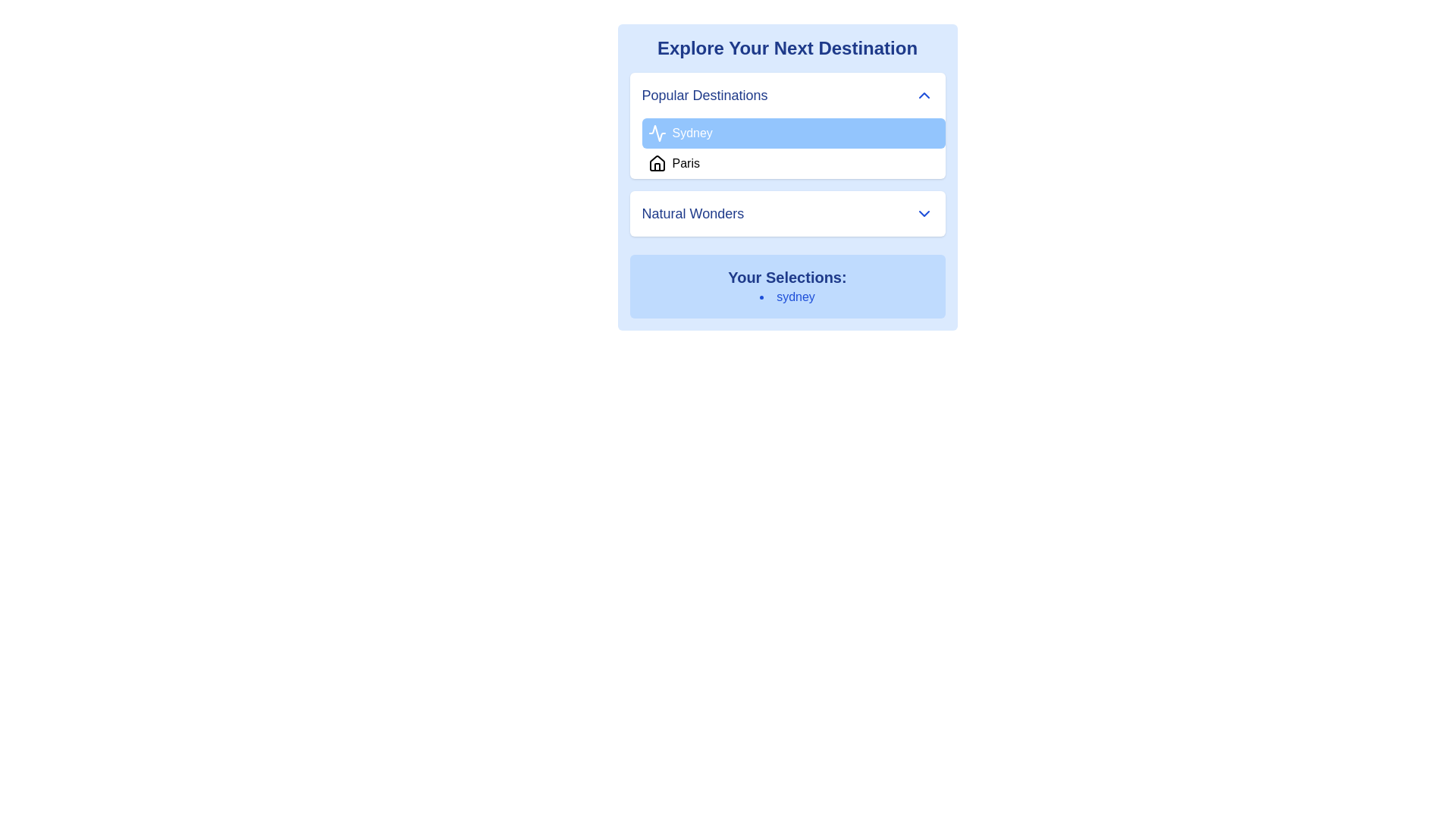 The height and width of the screenshot is (819, 1456). Describe the element at coordinates (923, 213) in the screenshot. I see `the blue downward-pointing chevron icon` at that location.